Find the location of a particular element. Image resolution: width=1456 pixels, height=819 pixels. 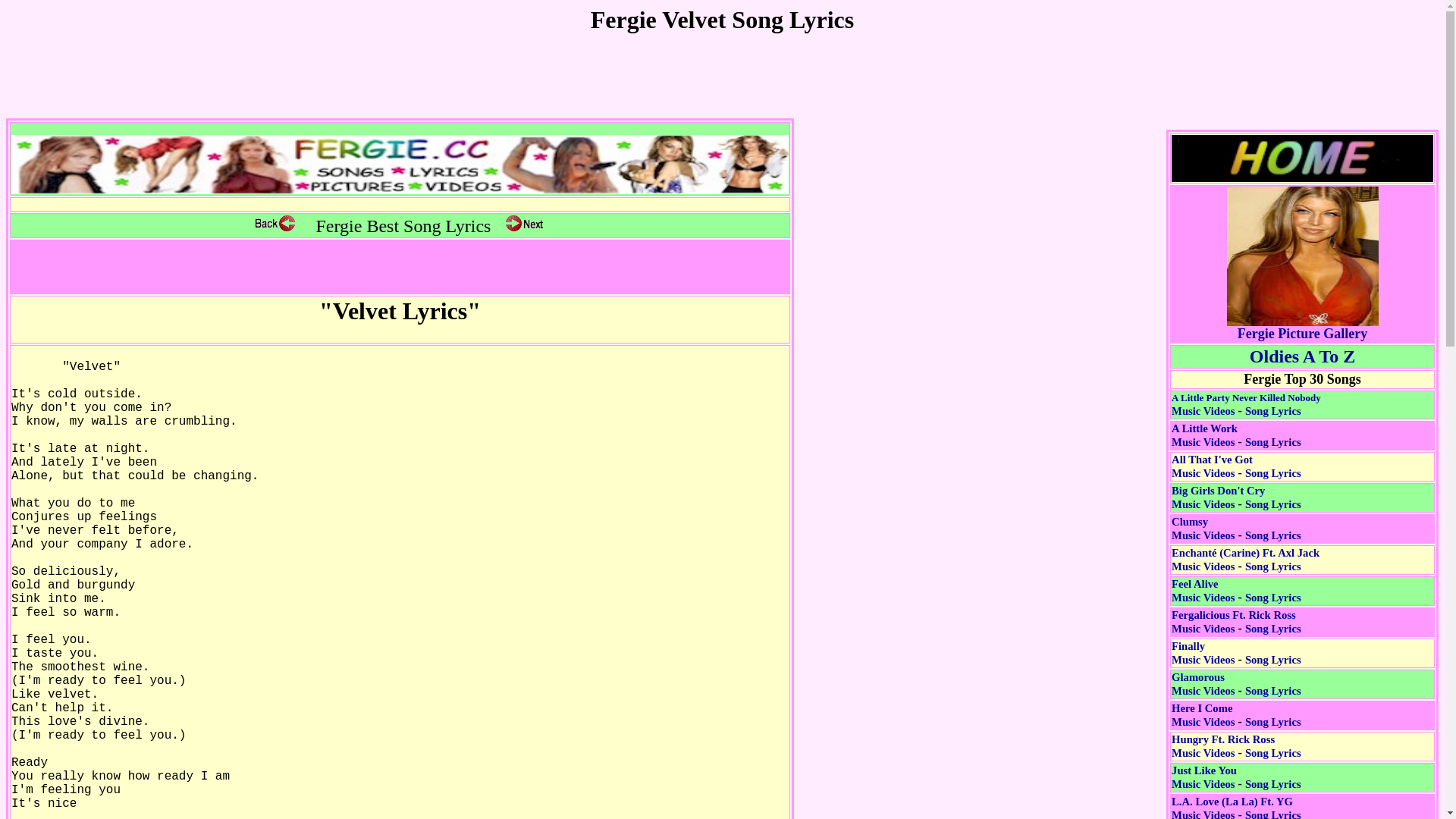

'Feel Alive is located at coordinates (1202, 590).